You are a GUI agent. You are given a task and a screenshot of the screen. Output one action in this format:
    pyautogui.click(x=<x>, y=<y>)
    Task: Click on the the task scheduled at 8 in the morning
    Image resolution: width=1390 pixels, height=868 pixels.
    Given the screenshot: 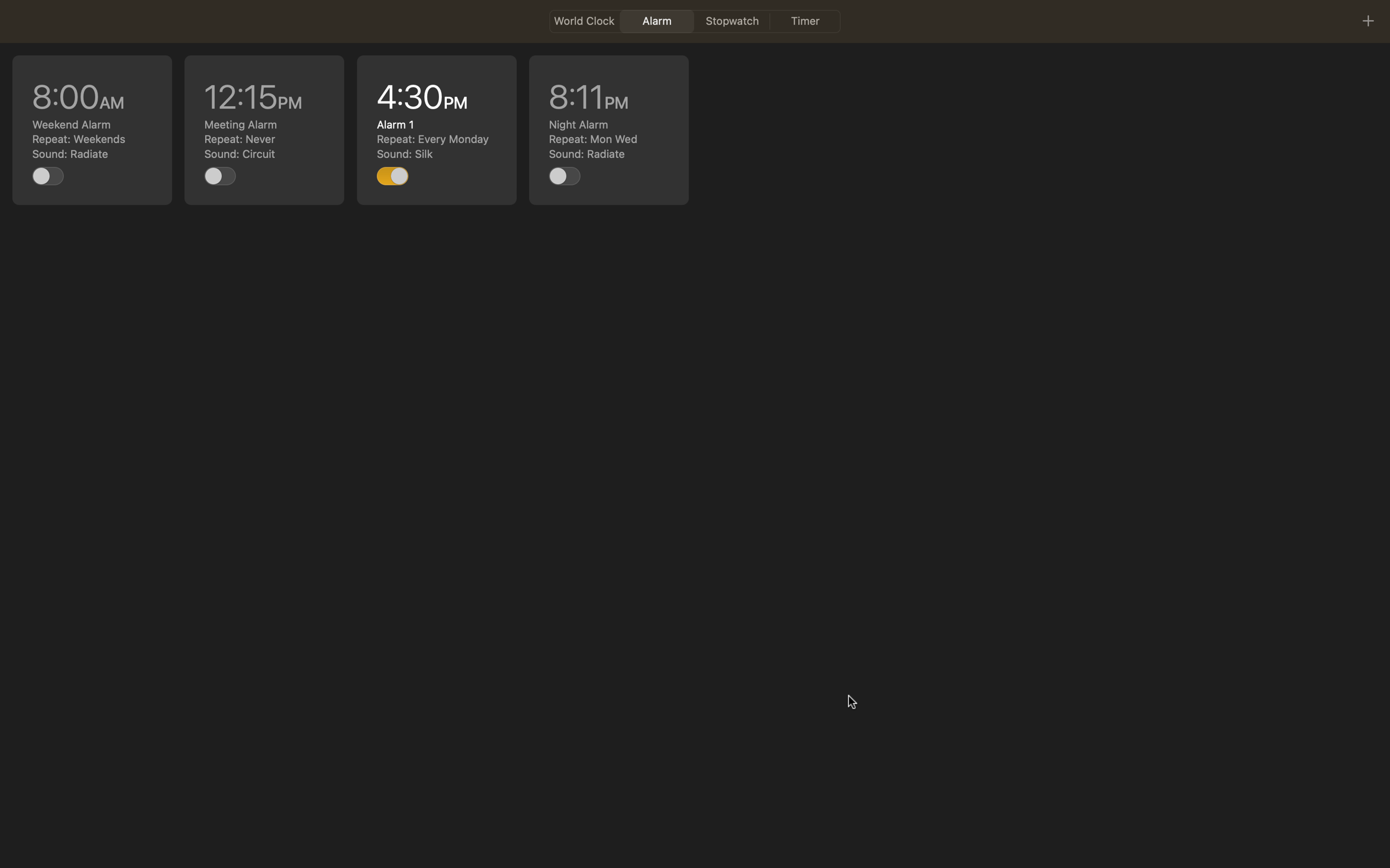 What is the action you would take?
    pyautogui.click(x=92, y=129)
    